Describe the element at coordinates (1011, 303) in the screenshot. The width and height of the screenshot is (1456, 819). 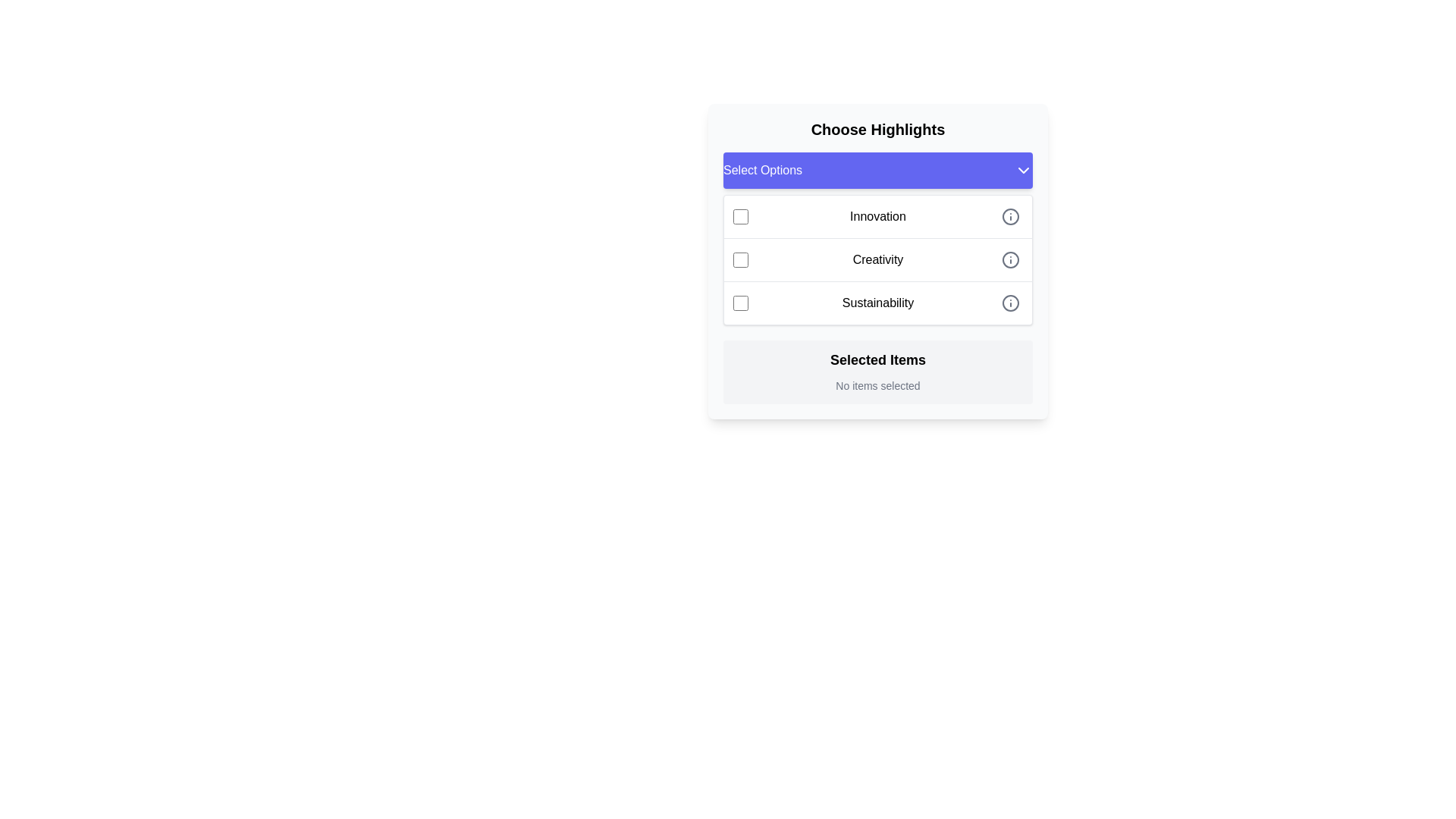
I see `the circular icon button with a border and a small dot in its center, located in the rightmost section of the 'Sustainability' row, adjacent to the text 'Sustainability' and to the right of a checkbox` at that location.